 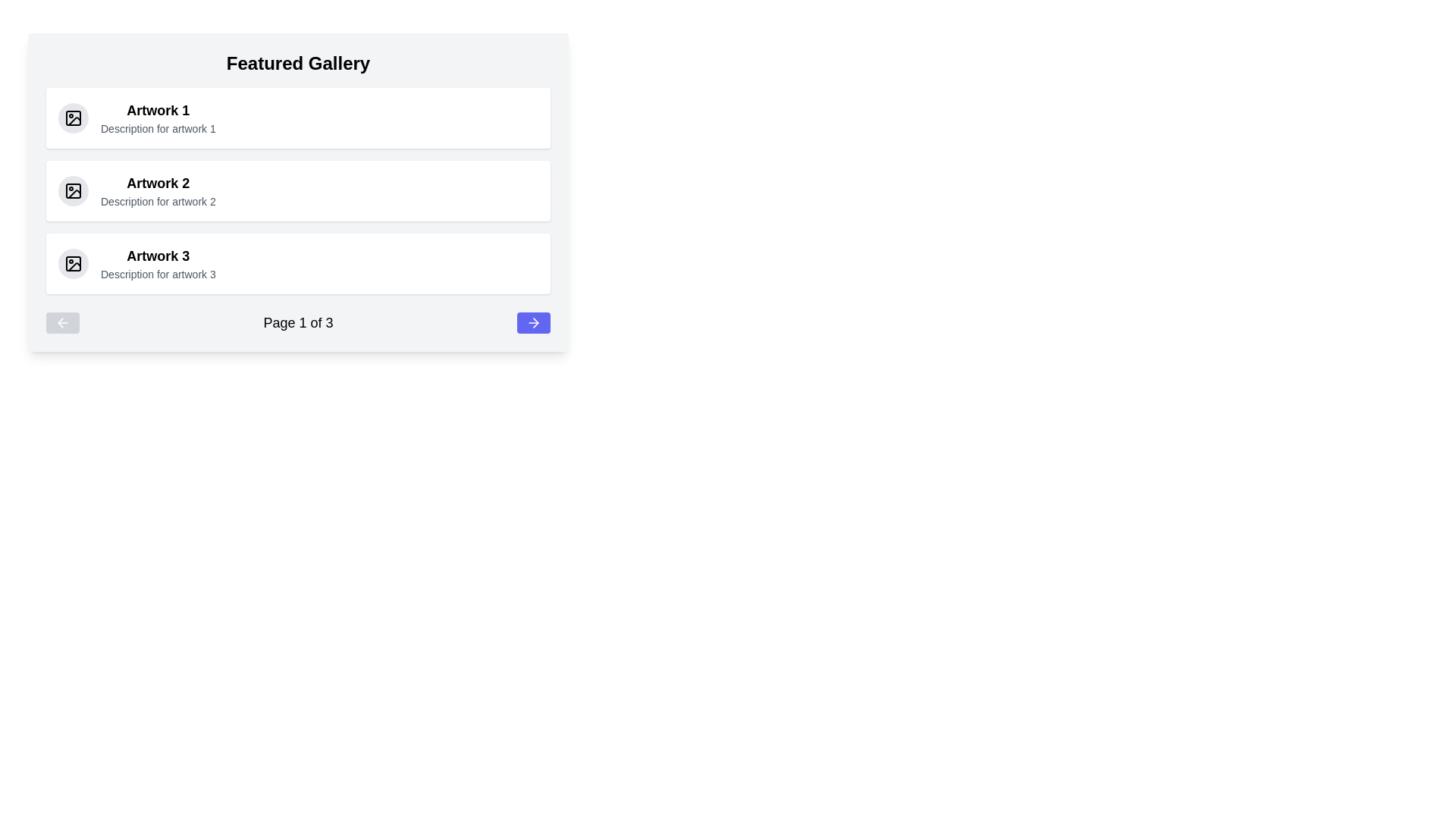 I want to click on the small, right-pointing arrow icon inside the blue rectangular button located to the right of the pagination controls at the bottom of the Featured Gallery section, so click(x=535, y=322).